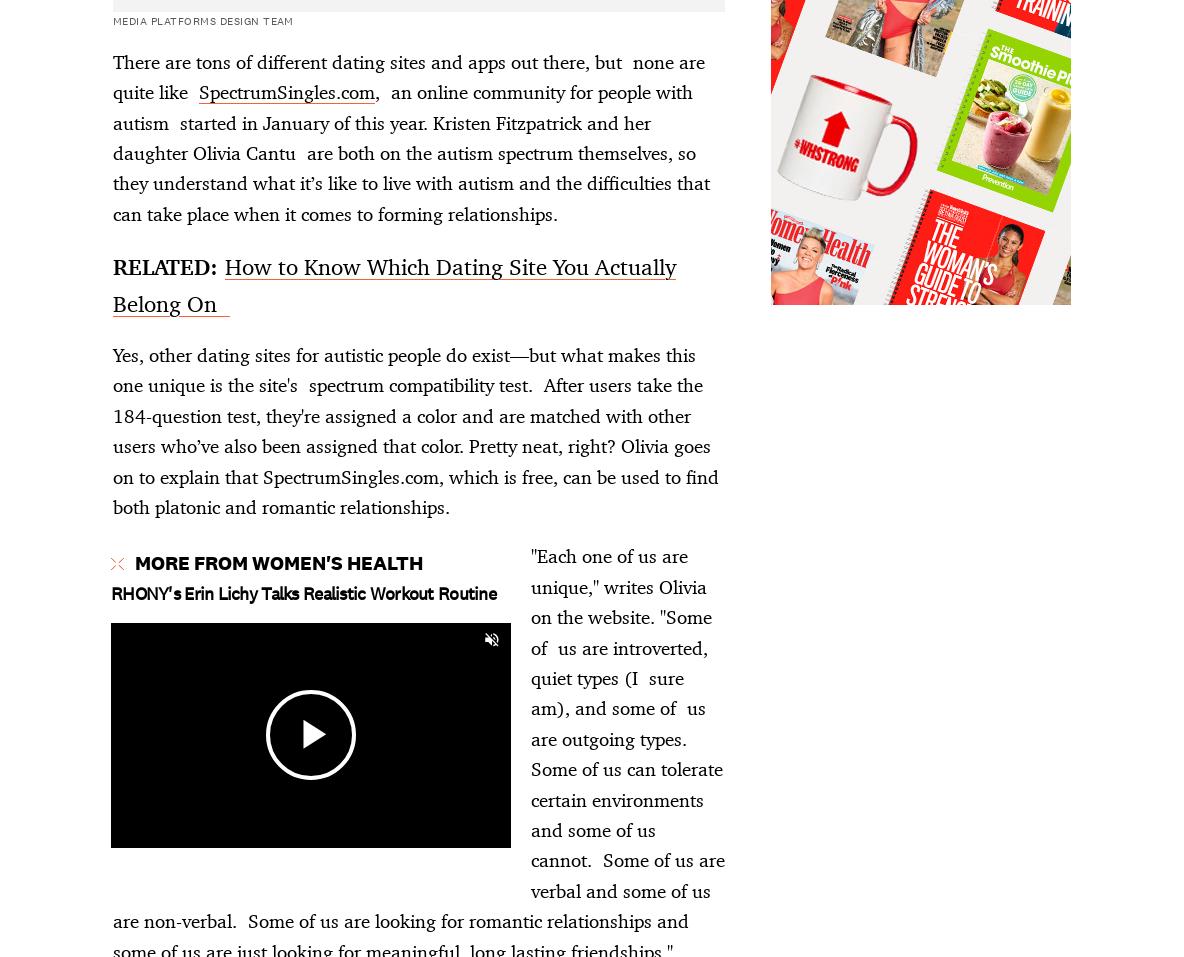 This screenshot has width=1184, height=957. Describe the element at coordinates (592, 461) in the screenshot. I see `'Advertisement - Continue Reading Below'` at that location.